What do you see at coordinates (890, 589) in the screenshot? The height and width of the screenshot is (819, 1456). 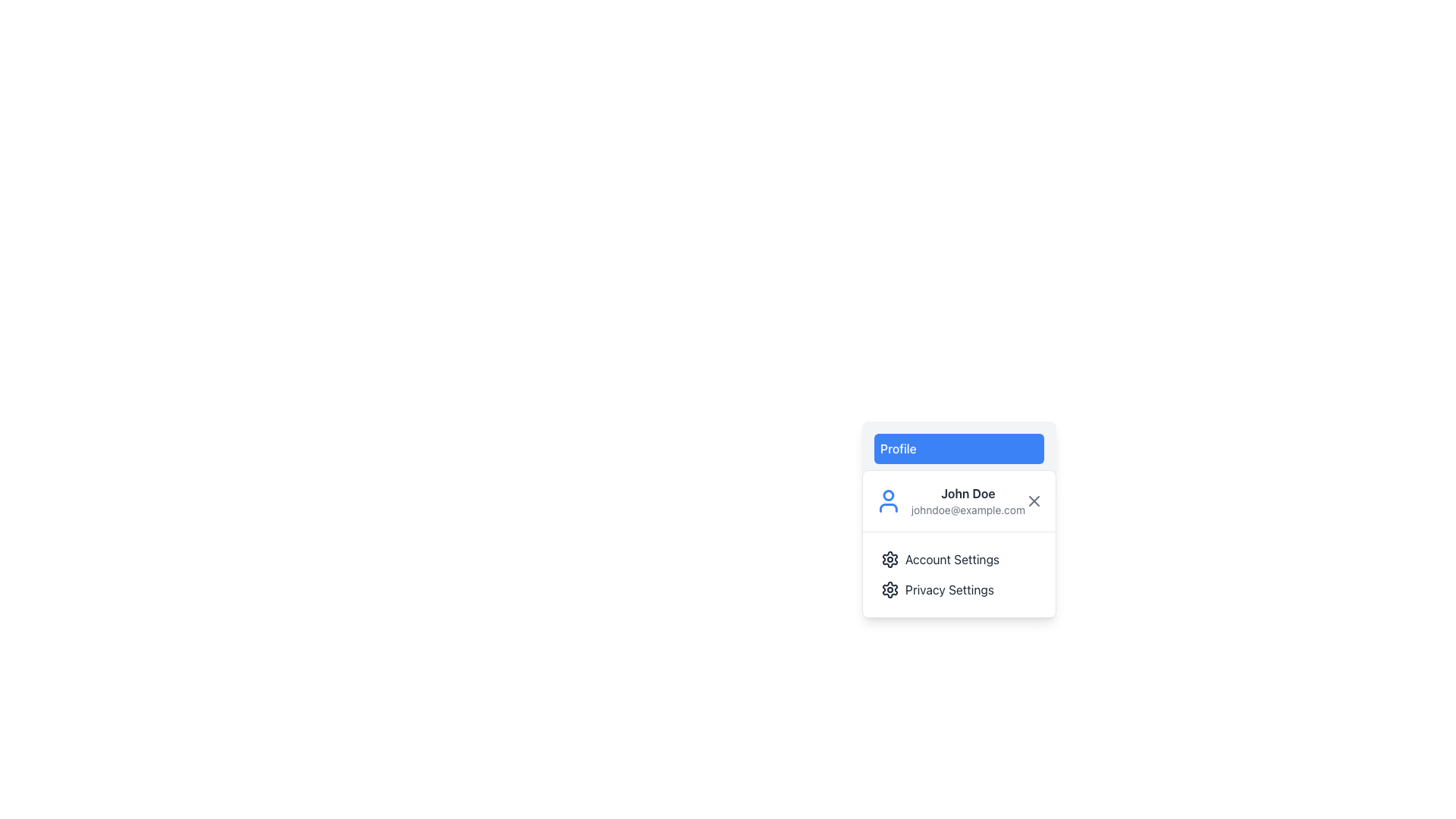 I see `the Privacy Settings Icon located in the dropdown menu, which visually represents the configurative nature of the Privacy Settings option` at bounding box center [890, 589].